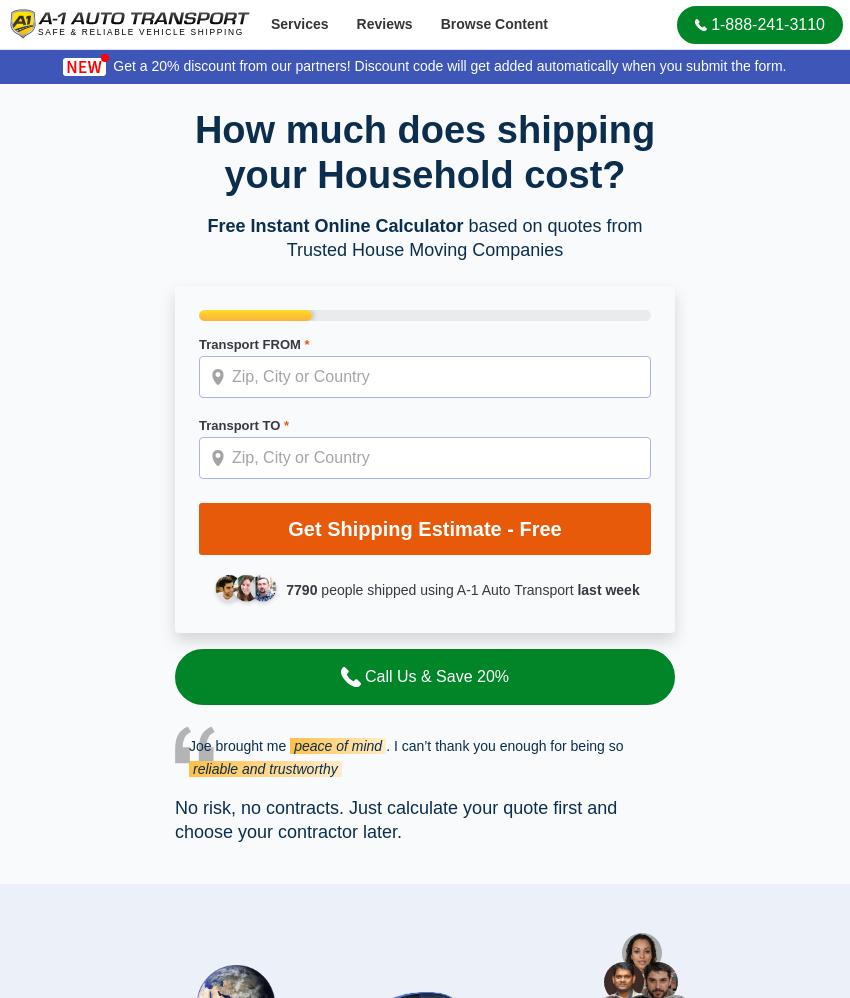  I want to click on 'reliable and trustworthy', so click(264, 766).